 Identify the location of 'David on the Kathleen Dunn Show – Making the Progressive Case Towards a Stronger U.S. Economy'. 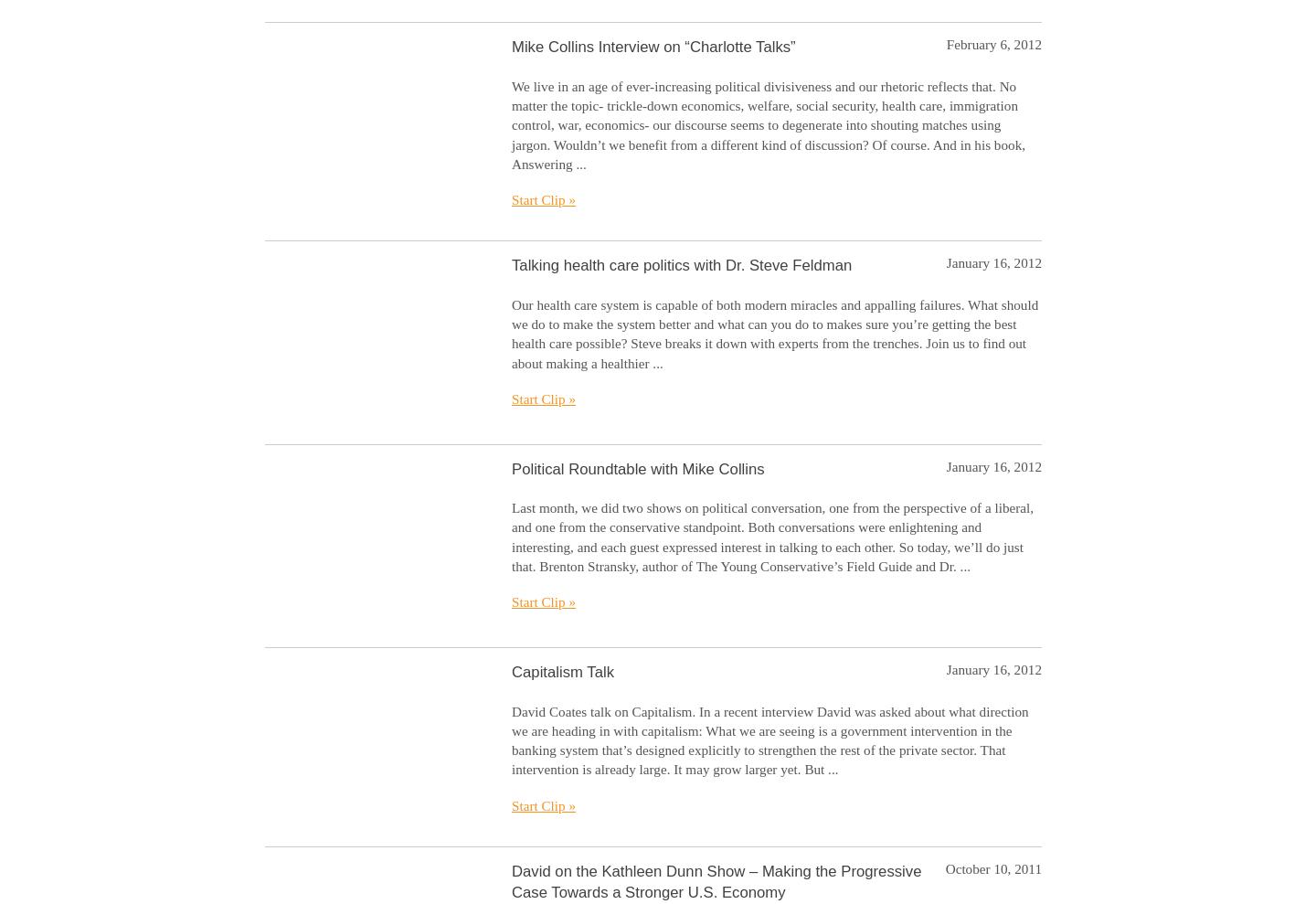
(716, 881).